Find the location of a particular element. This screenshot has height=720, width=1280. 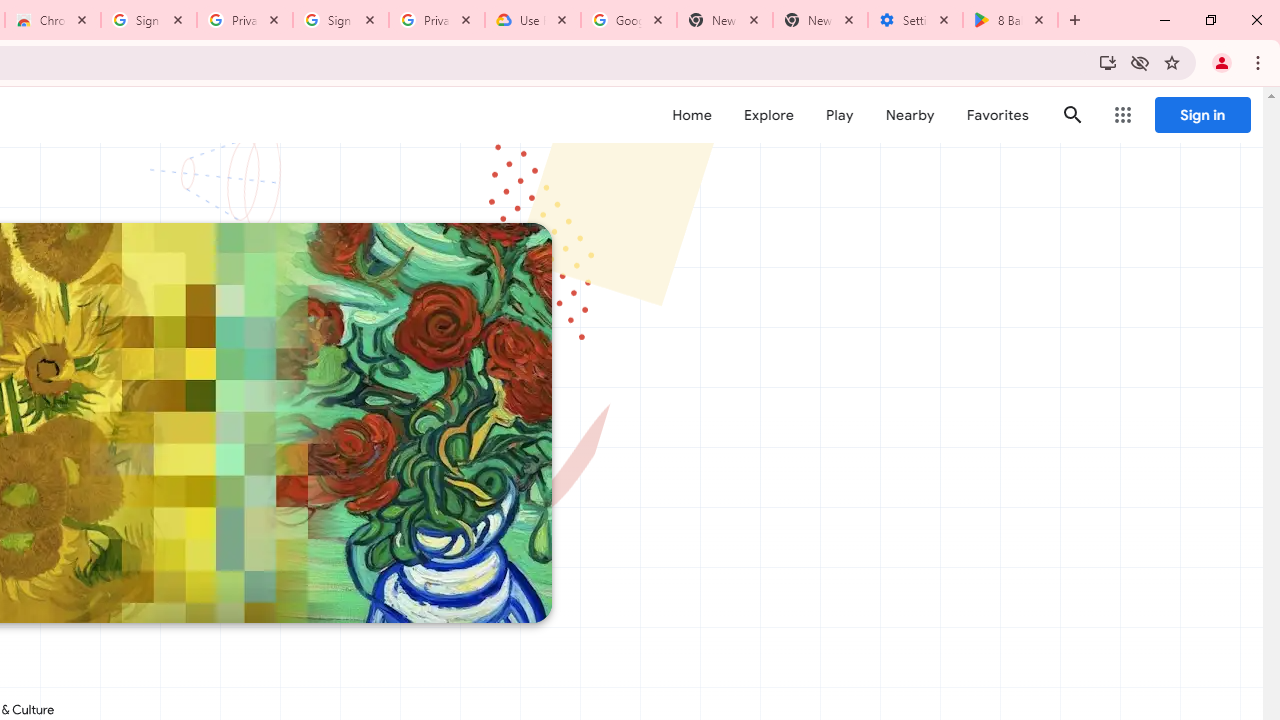

'Home' is located at coordinates (691, 115).